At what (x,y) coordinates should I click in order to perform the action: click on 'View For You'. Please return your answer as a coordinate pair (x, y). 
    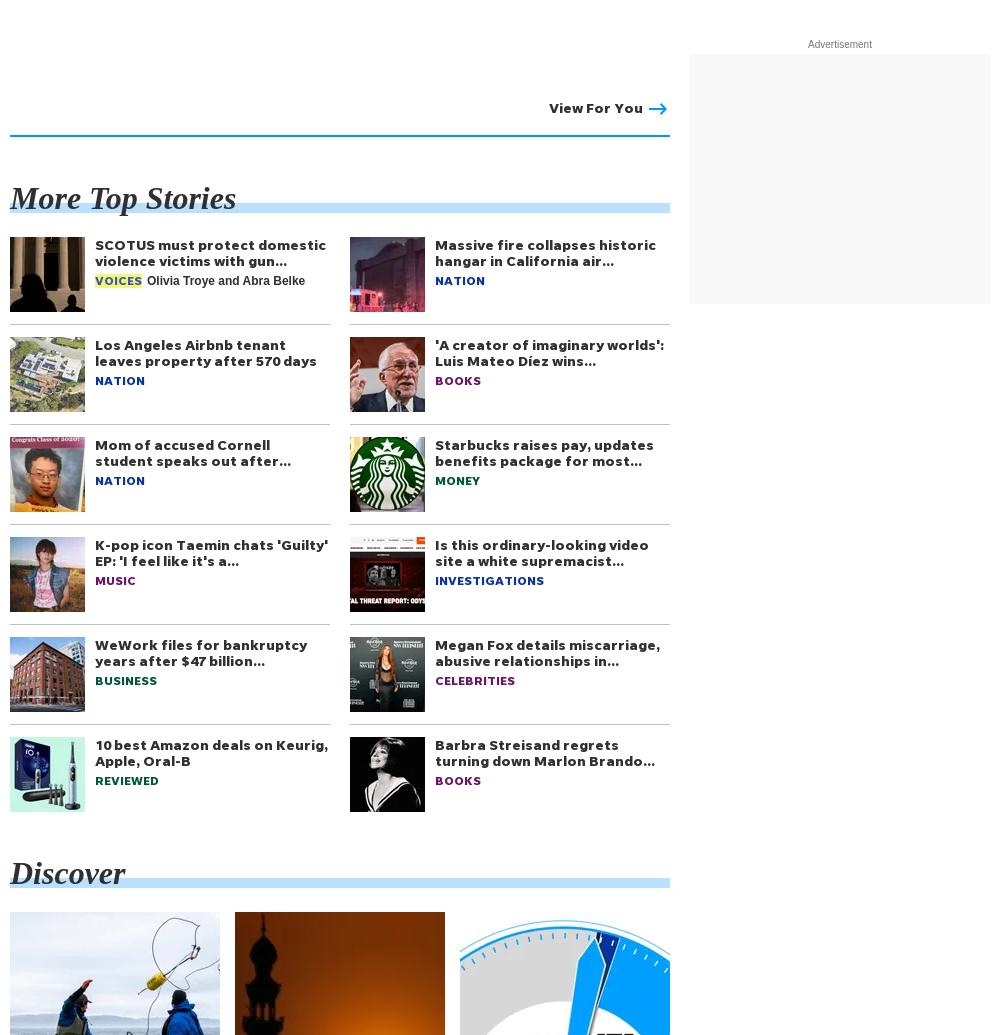
    Looking at the image, I should click on (595, 107).